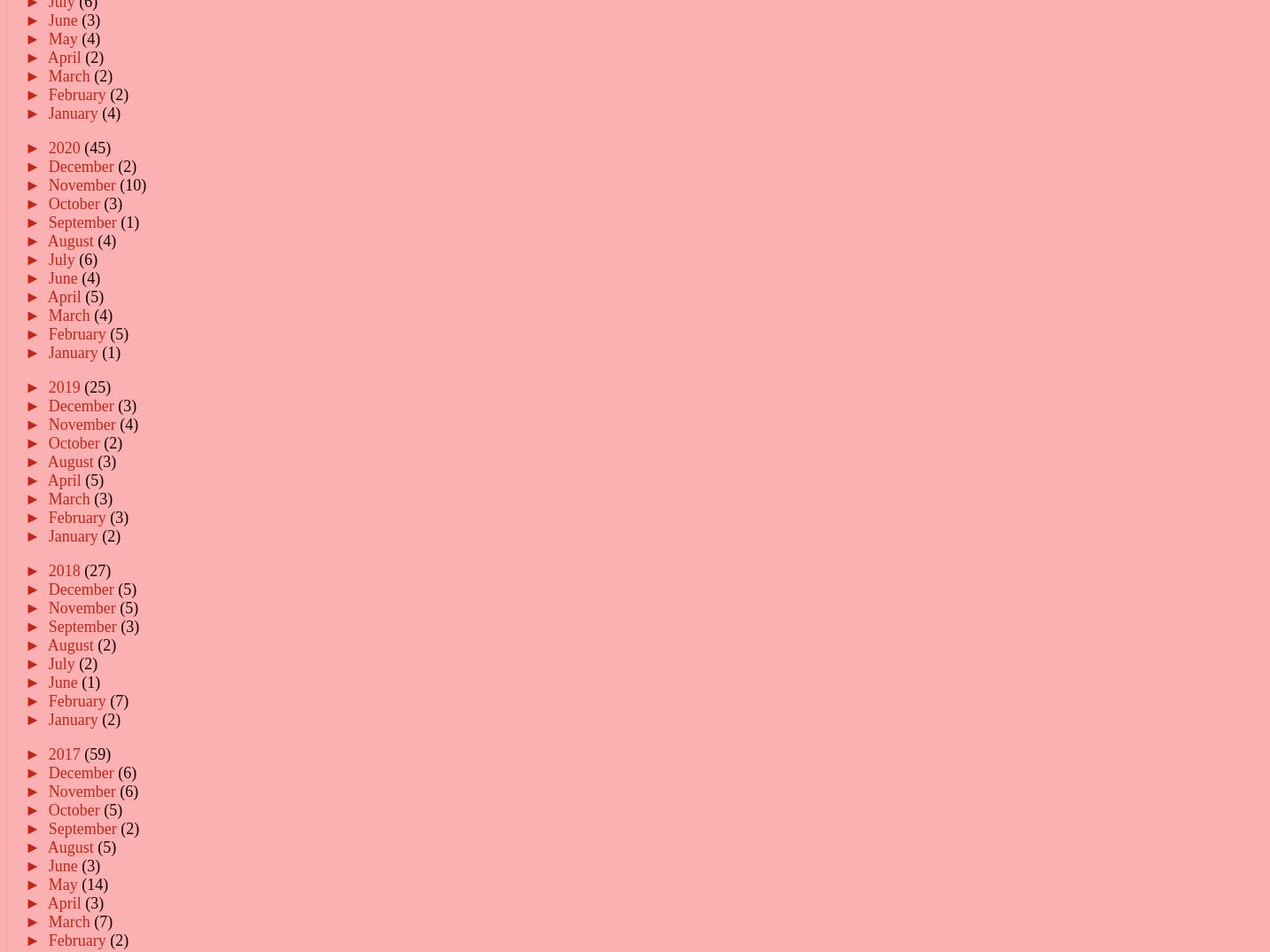 The width and height of the screenshot is (1270, 952). Describe the element at coordinates (94, 882) in the screenshot. I see `'(14)'` at that location.